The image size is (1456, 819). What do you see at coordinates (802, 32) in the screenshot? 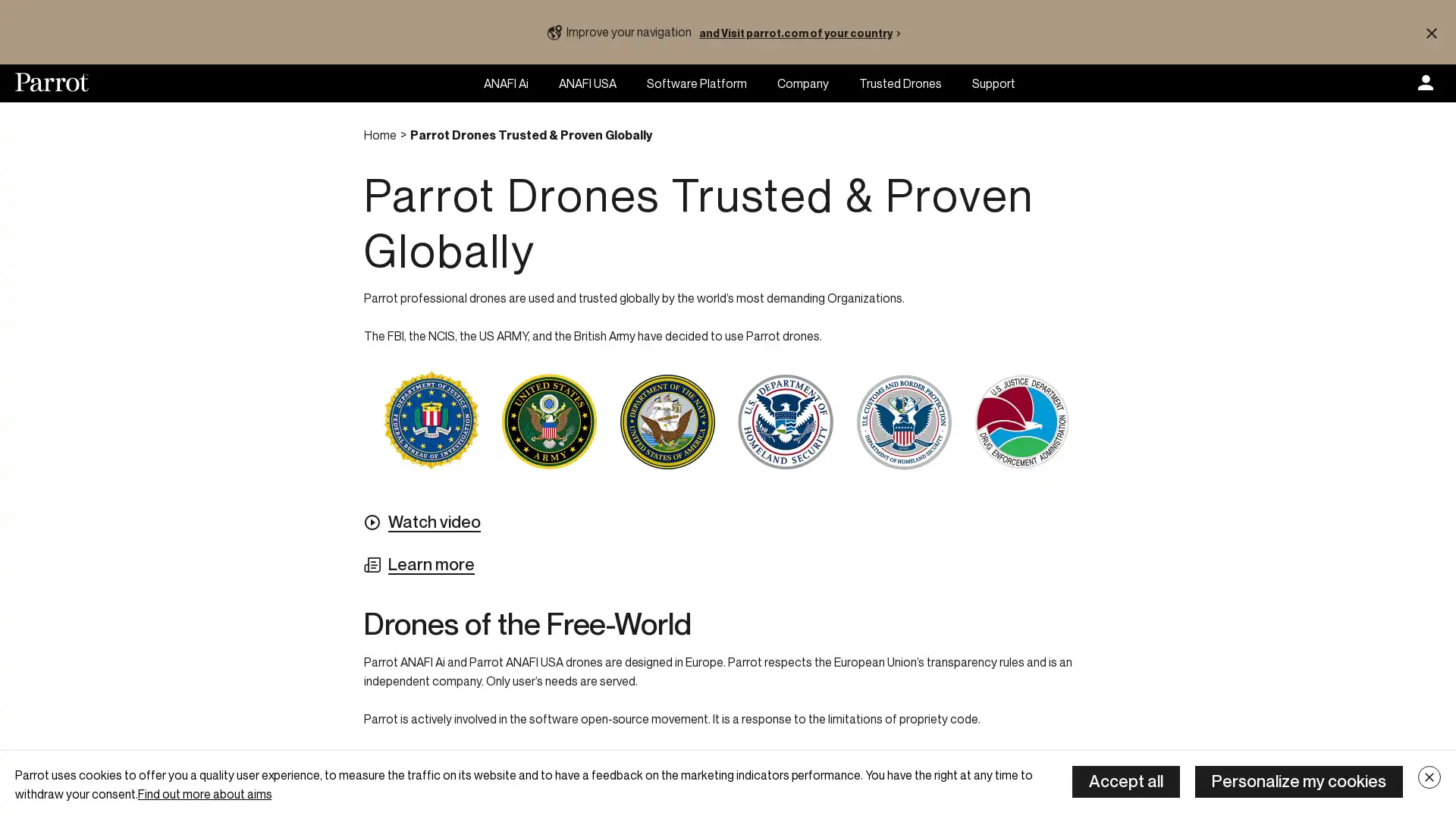
I see `and Visit parrot.com of your country go to my shop` at bounding box center [802, 32].